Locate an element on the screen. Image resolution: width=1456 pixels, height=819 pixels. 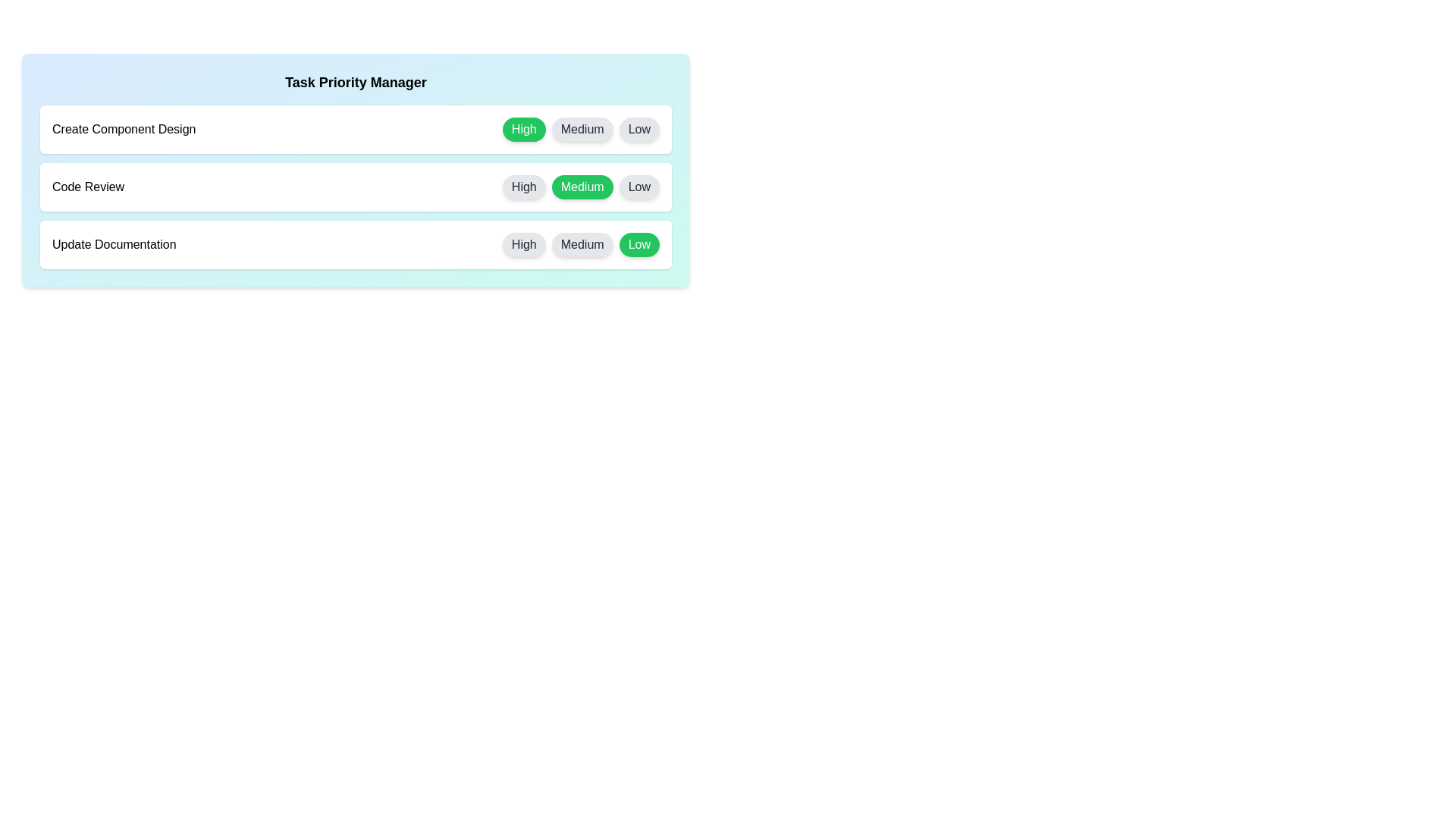
the priority button labeled Medium for the task Update Documentation is located at coordinates (582, 244).